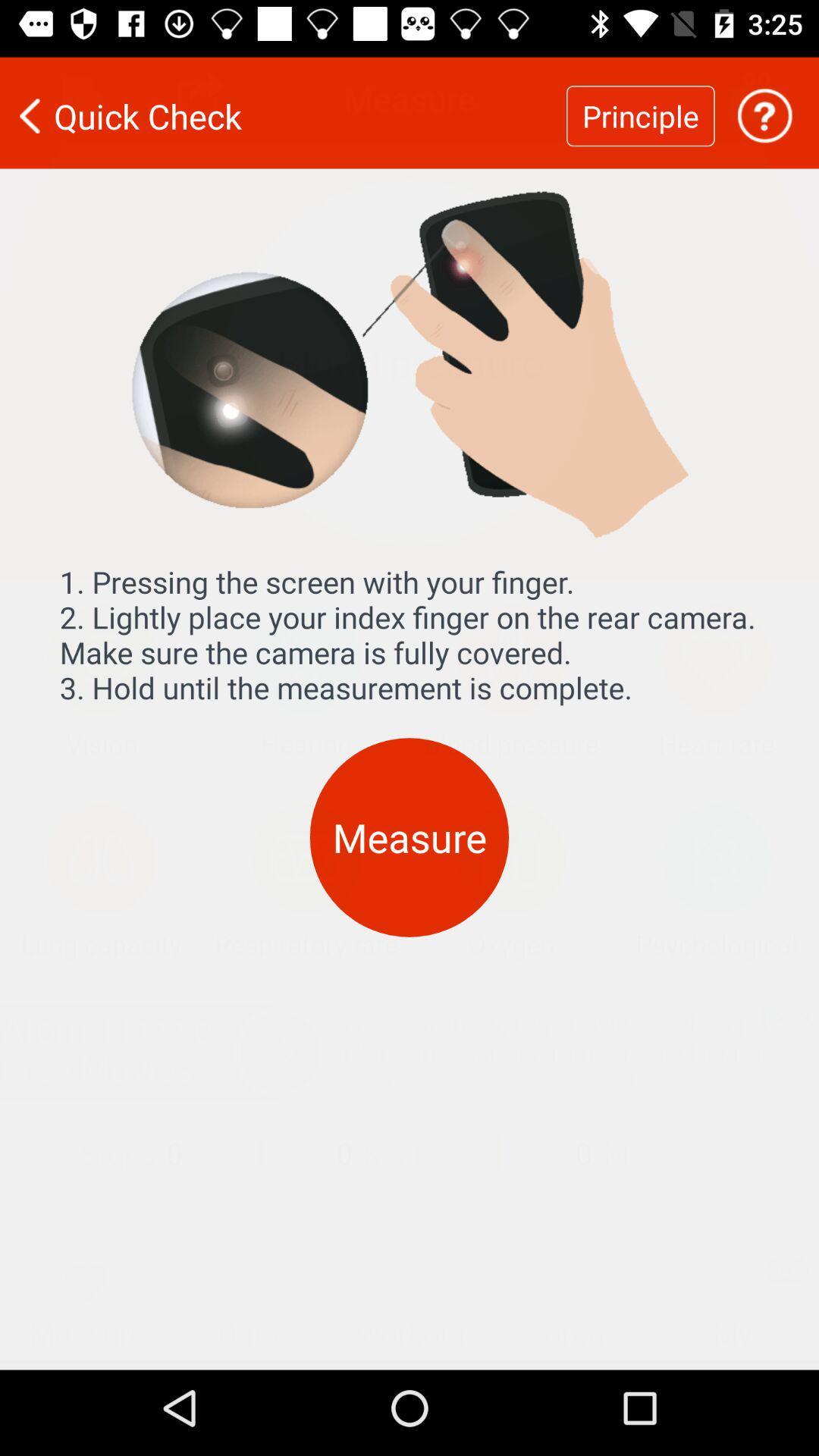 The width and height of the screenshot is (819, 1456). Describe the element at coordinates (283, 105) in the screenshot. I see `the item to the left of principle` at that location.